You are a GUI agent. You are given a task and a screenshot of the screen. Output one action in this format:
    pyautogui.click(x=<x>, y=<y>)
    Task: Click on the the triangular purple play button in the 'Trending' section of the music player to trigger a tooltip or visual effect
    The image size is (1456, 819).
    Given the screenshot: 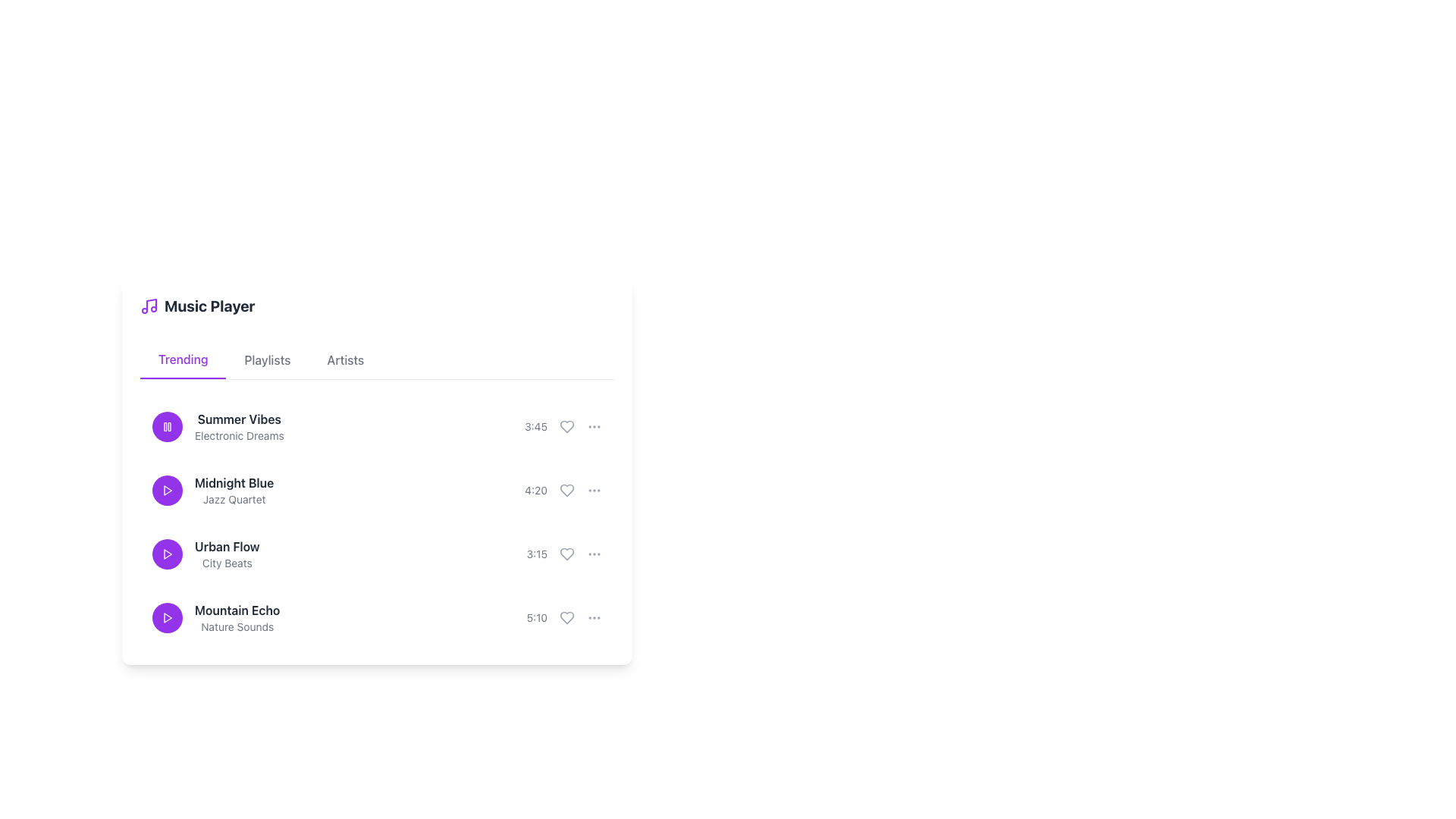 What is the action you would take?
    pyautogui.click(x=168, y=554)
    